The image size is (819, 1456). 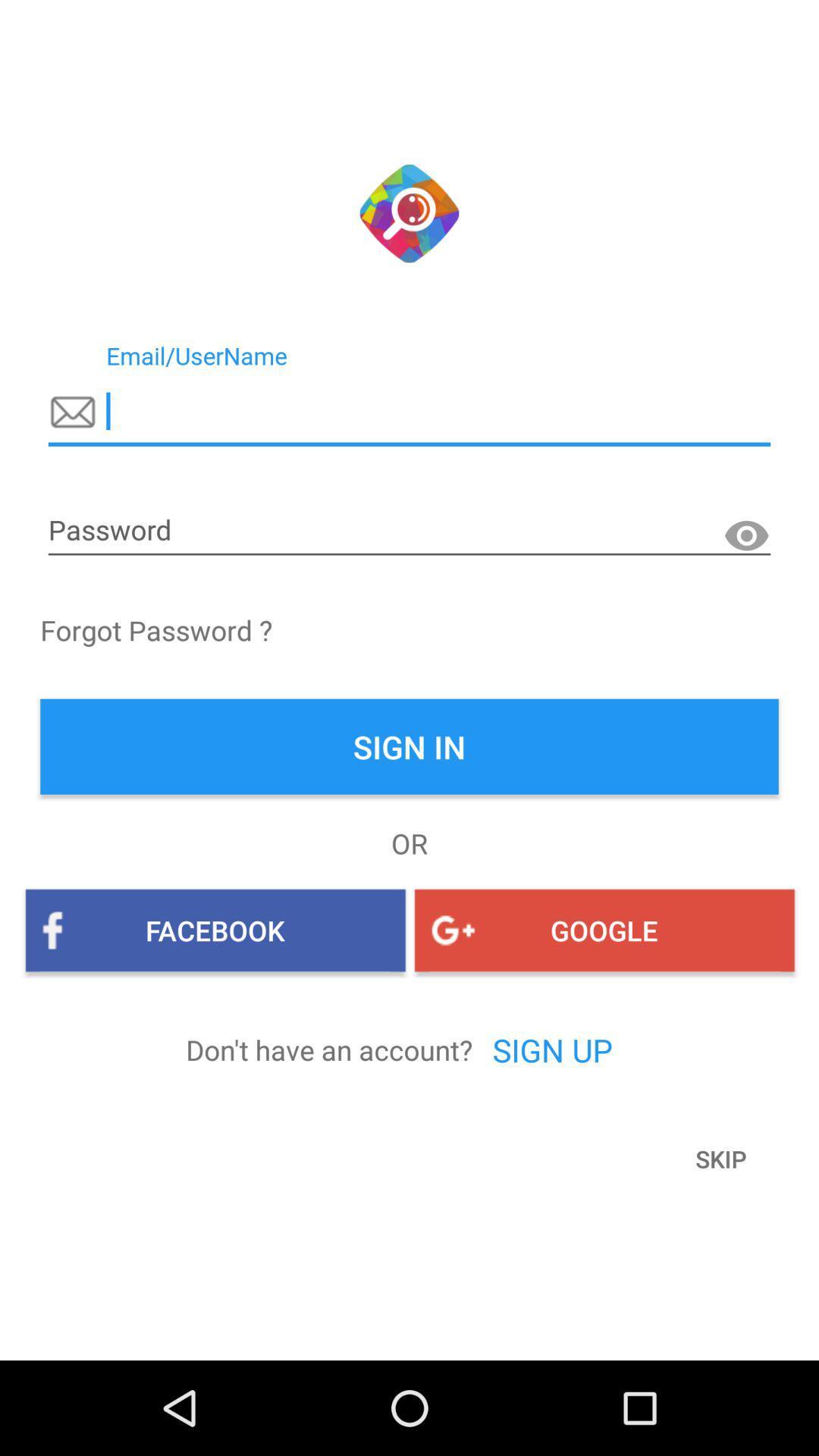 What do you see at coordinates (745, 536) in the screenshot?
I see `make password visible` at bounding box center [745, 536].